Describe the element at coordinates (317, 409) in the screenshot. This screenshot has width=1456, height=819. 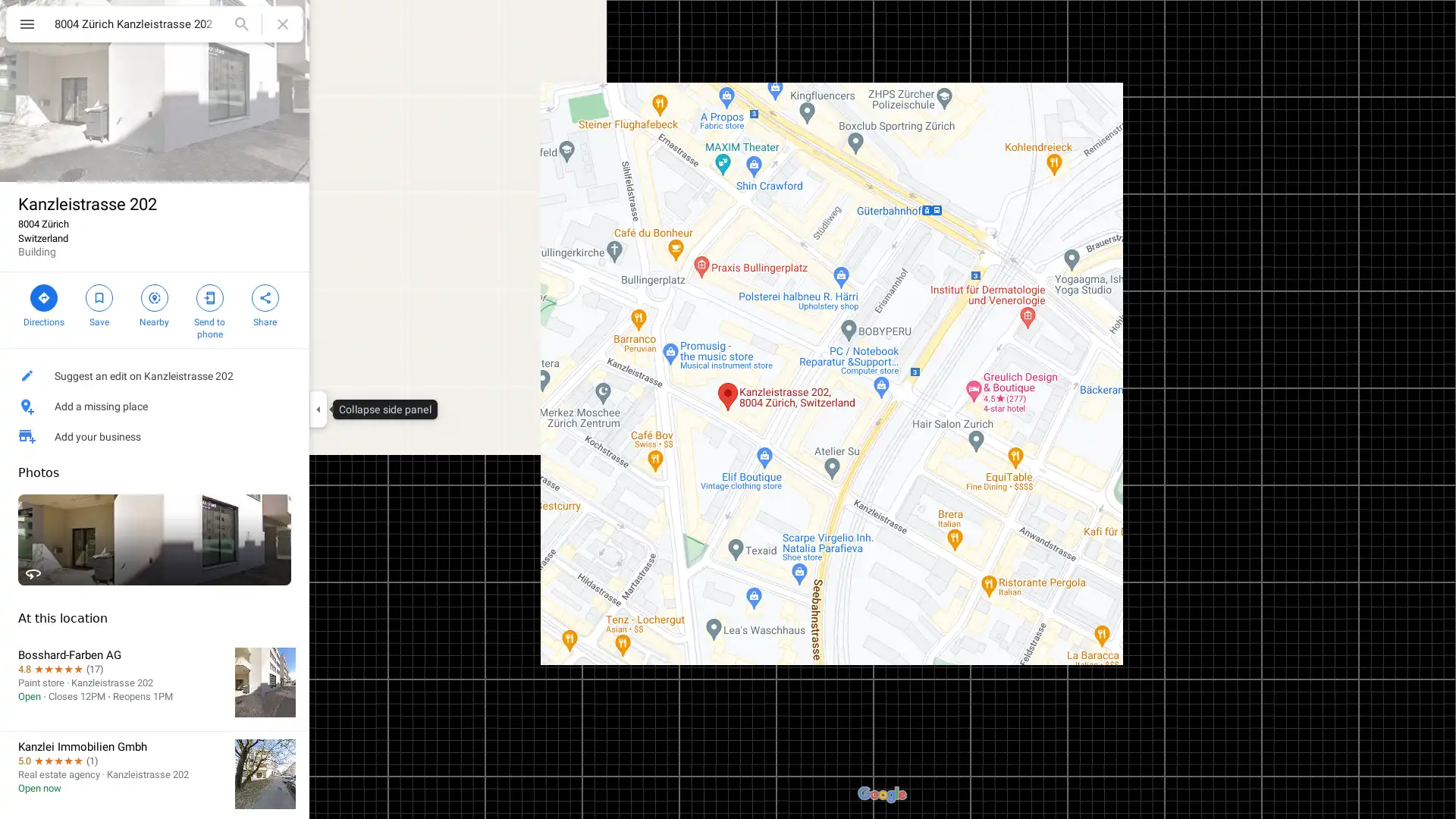
I see `Collapse side panel` at that location.